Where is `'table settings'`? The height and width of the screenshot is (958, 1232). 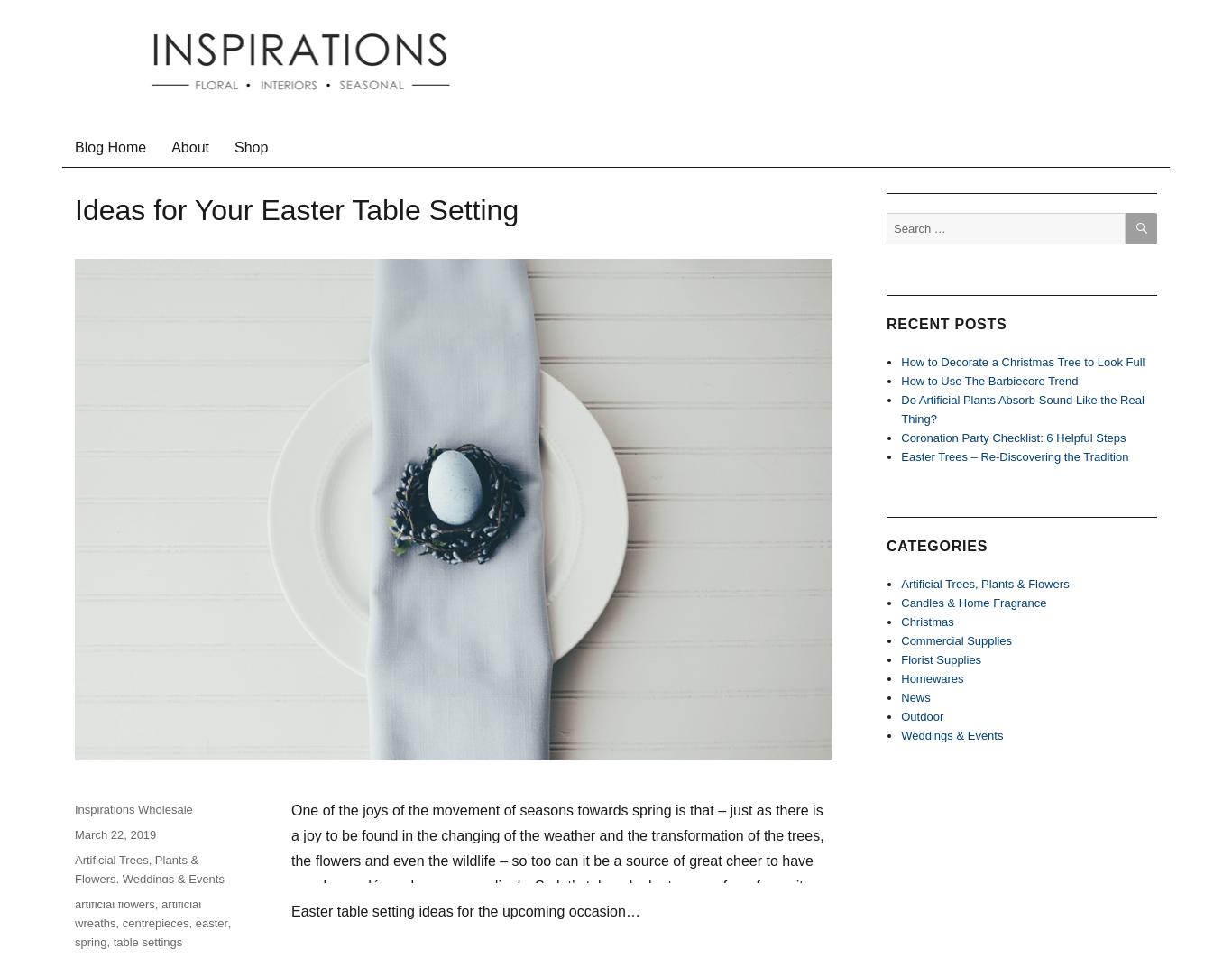
'table settings' is located at coordinates (146, 940).